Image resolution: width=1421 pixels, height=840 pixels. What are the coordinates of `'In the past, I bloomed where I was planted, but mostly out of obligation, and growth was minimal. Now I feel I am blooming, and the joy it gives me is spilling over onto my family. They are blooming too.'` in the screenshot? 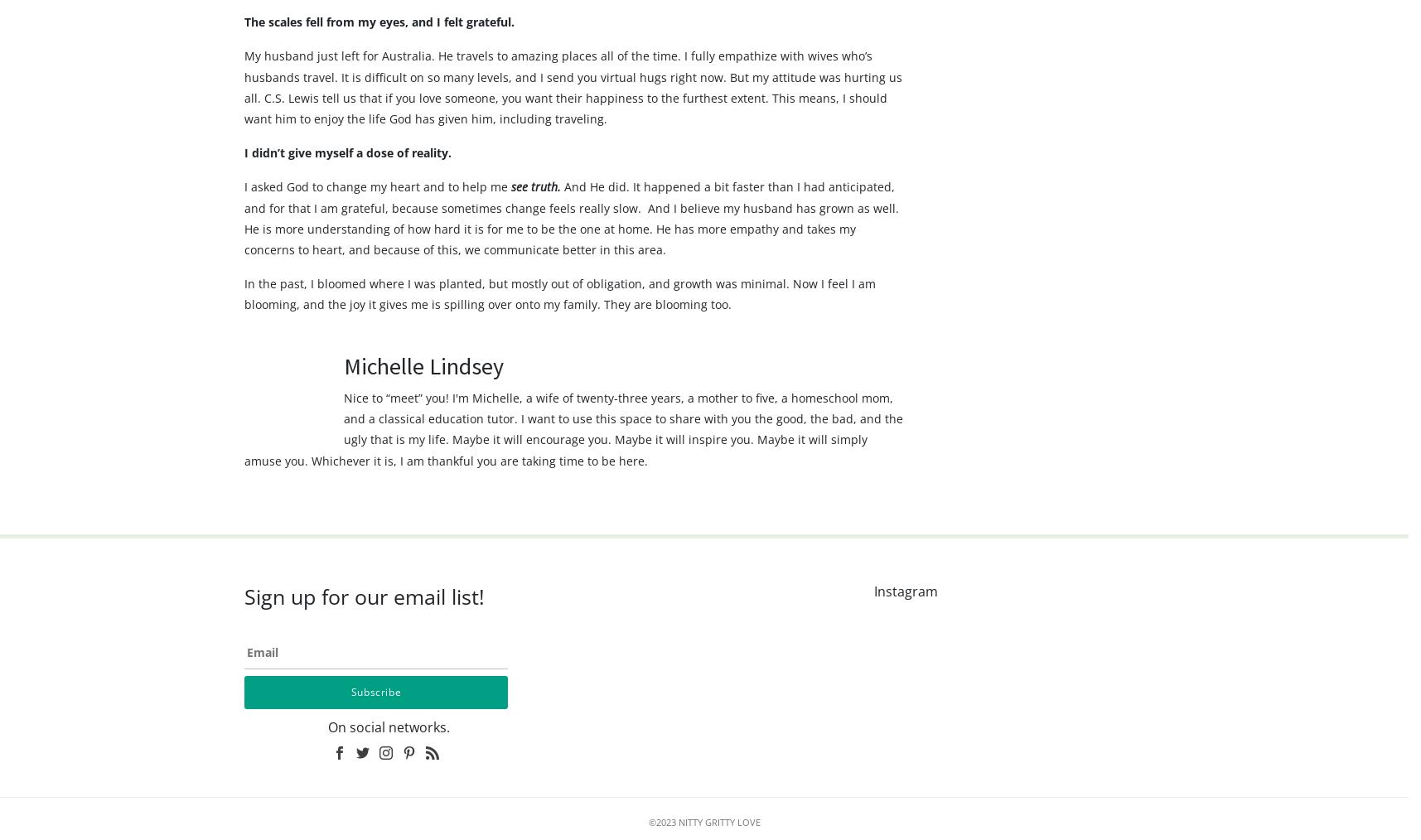 It's located at (560, 326).